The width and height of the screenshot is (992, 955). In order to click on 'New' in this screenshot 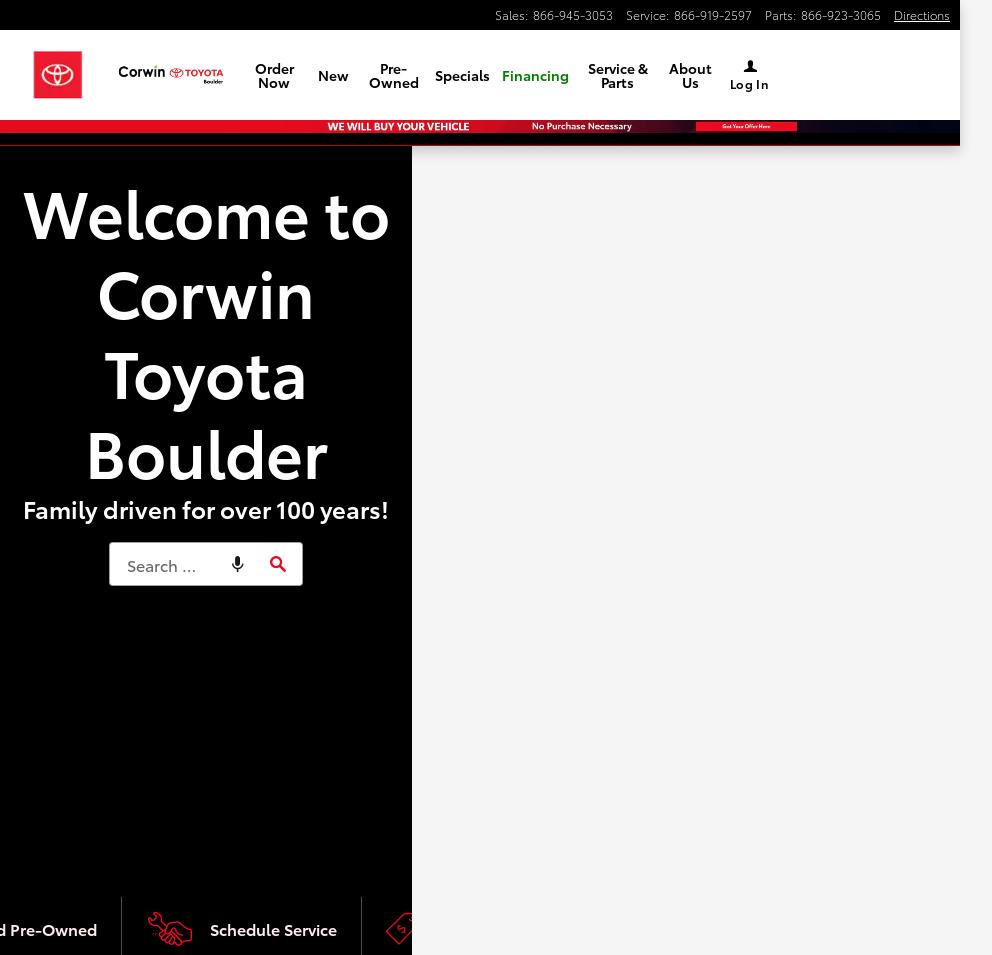, I will do `click(331, 73)`.